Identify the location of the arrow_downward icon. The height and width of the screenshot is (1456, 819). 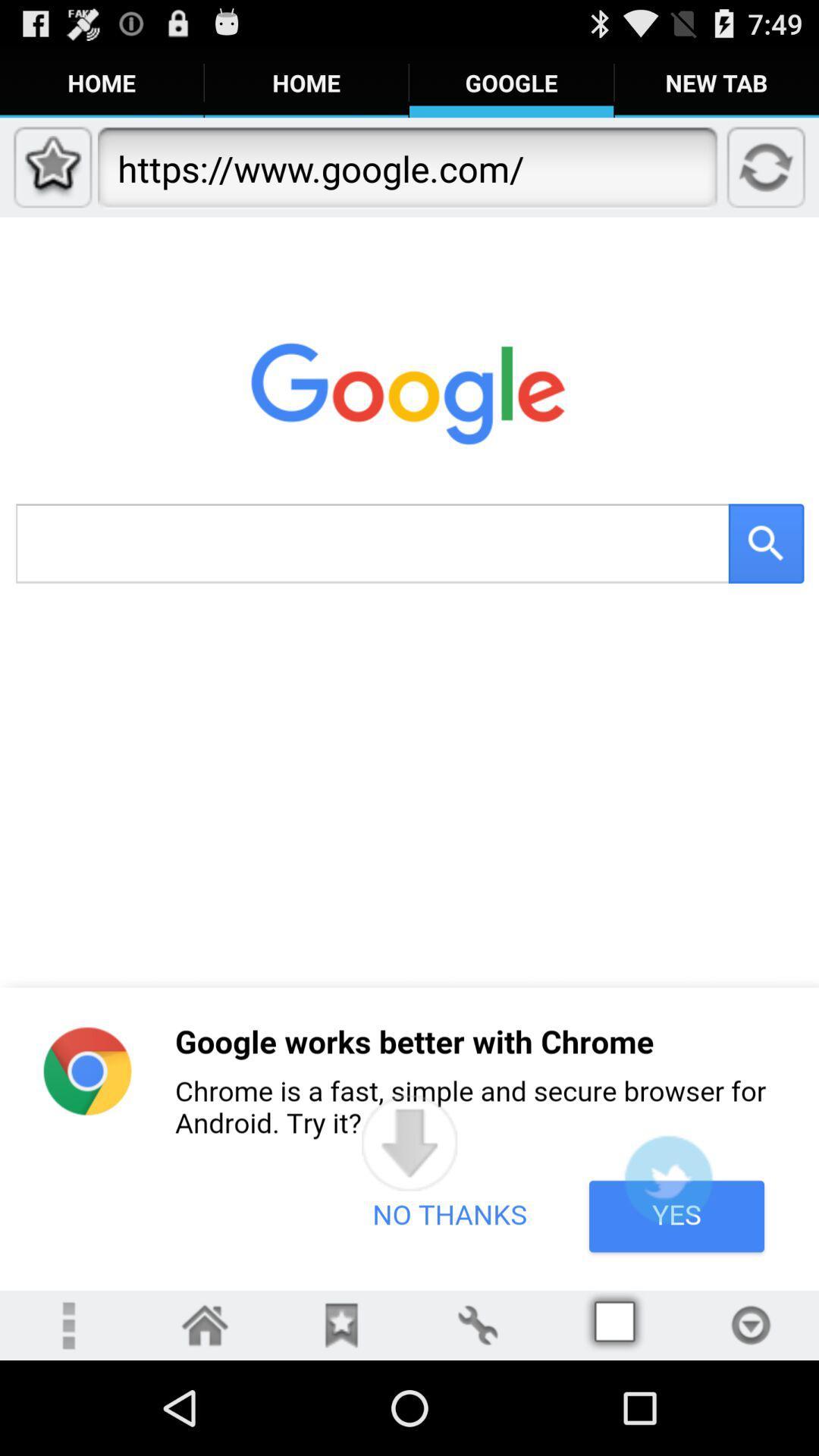
(409, 1223).